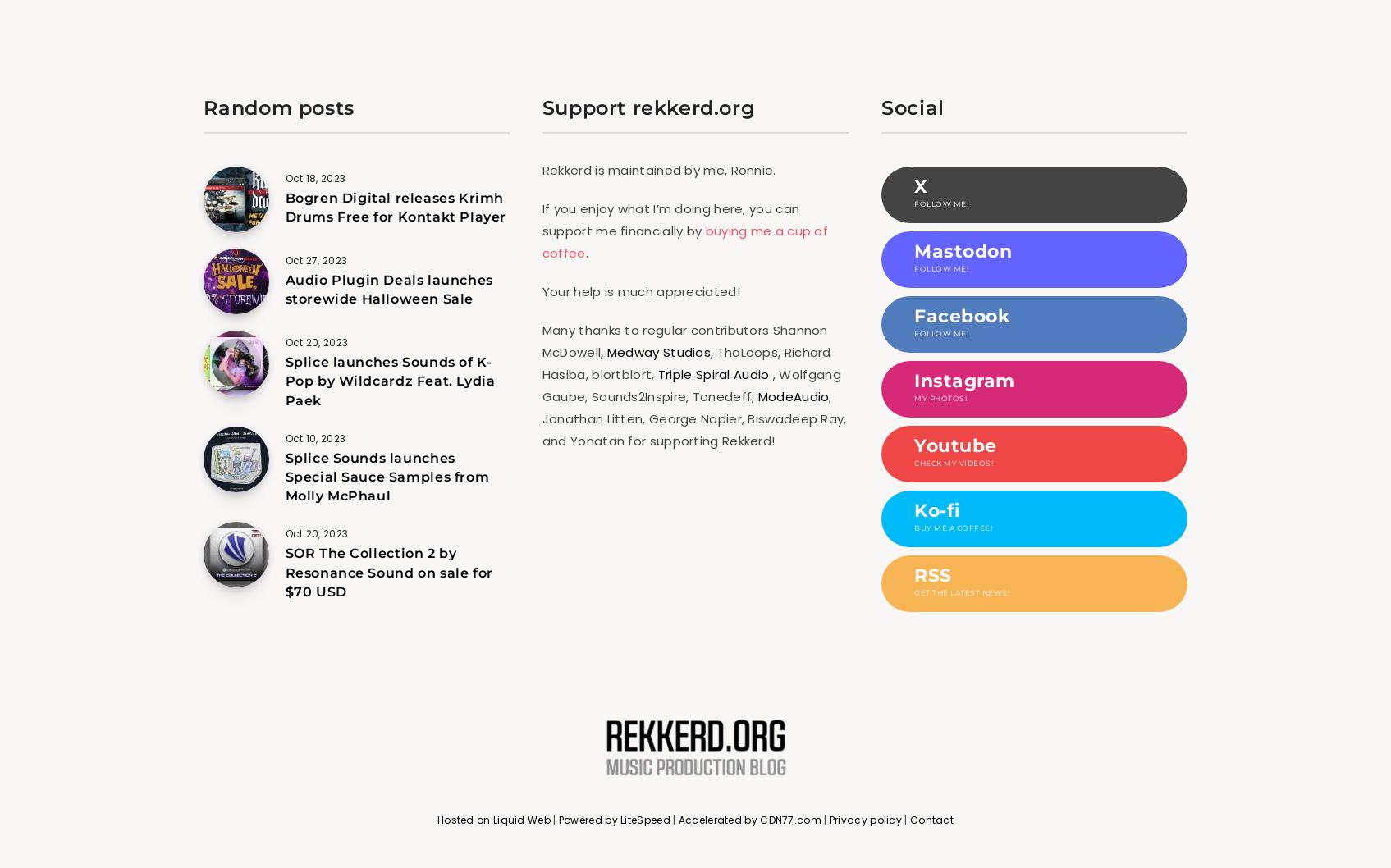 The height and width of the screenshot is (868, 1391). What do you see at coordinates (913, 463) in the screenshot?
I see `'Check my videos!'` at bounding box center [913, 463].